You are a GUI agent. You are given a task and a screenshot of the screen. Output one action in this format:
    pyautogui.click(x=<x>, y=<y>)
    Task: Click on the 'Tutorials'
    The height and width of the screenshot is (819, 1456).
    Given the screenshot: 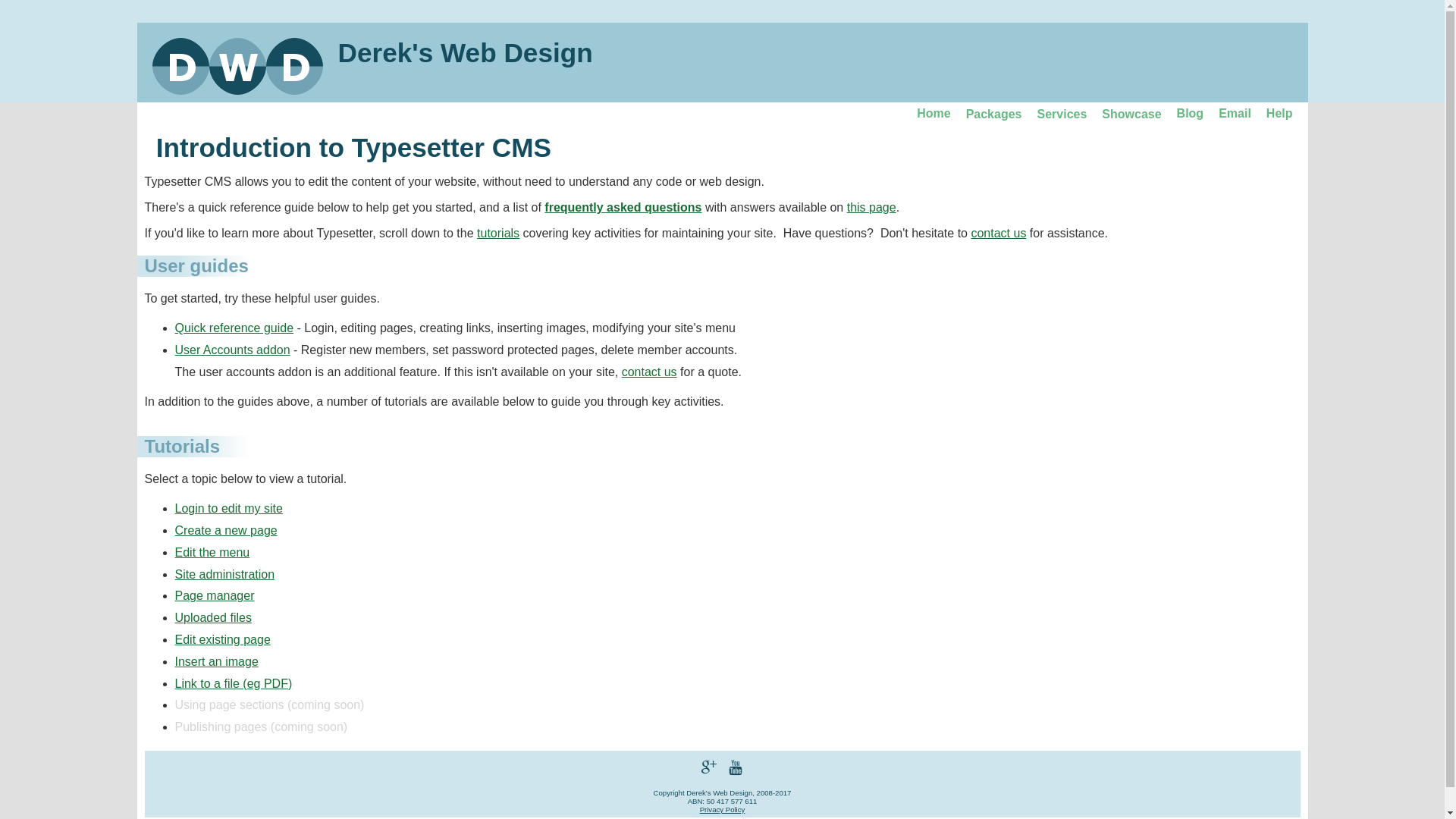 What is the action you would take?
    pyautogui.click(x=182, y=445)
    